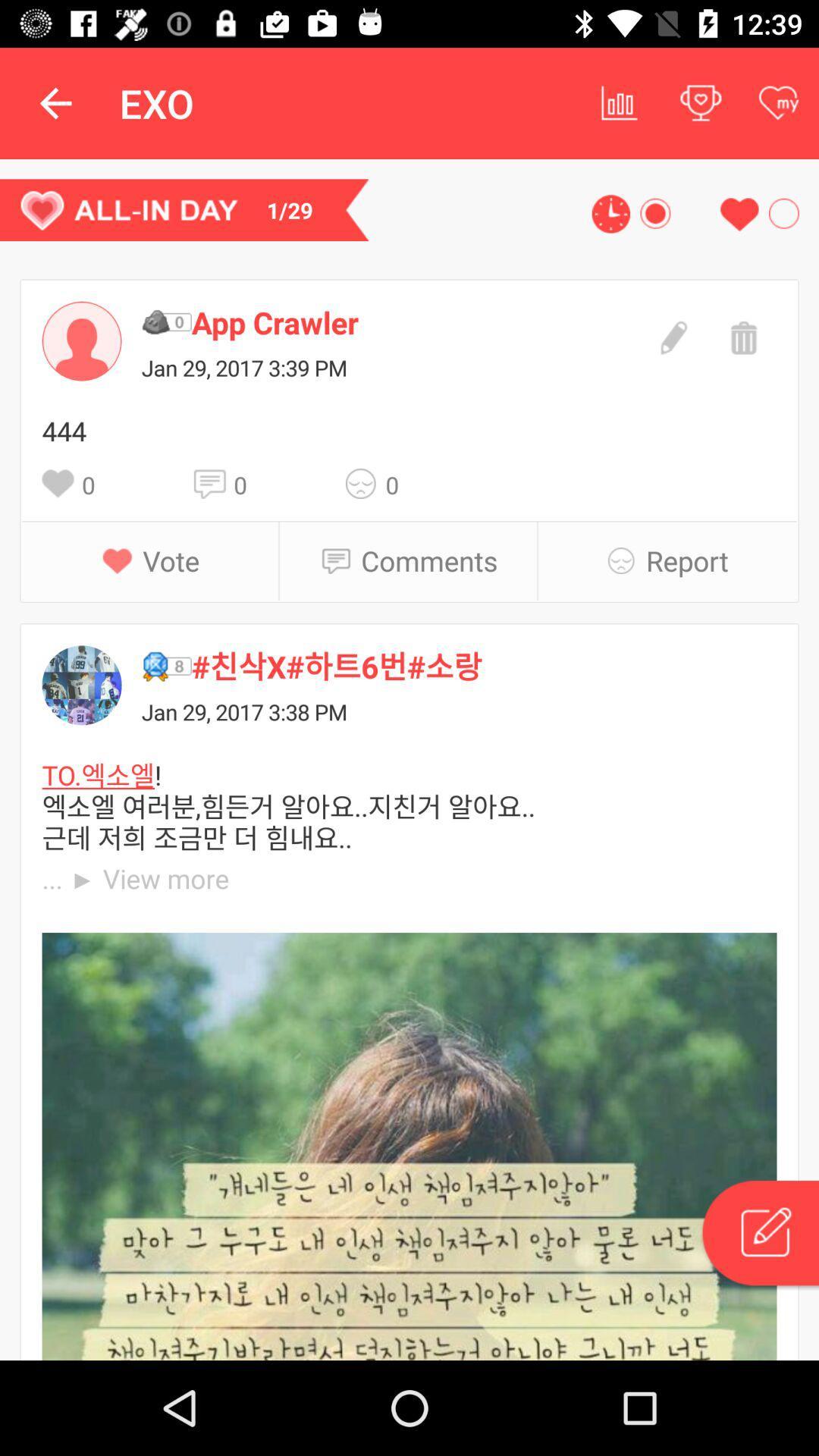 The height and width of the screenshot is (1456, 819). Describe the element at coordinates (414, 321) in the screenshot. I see `item above jan 29 2017 icon` at that location.